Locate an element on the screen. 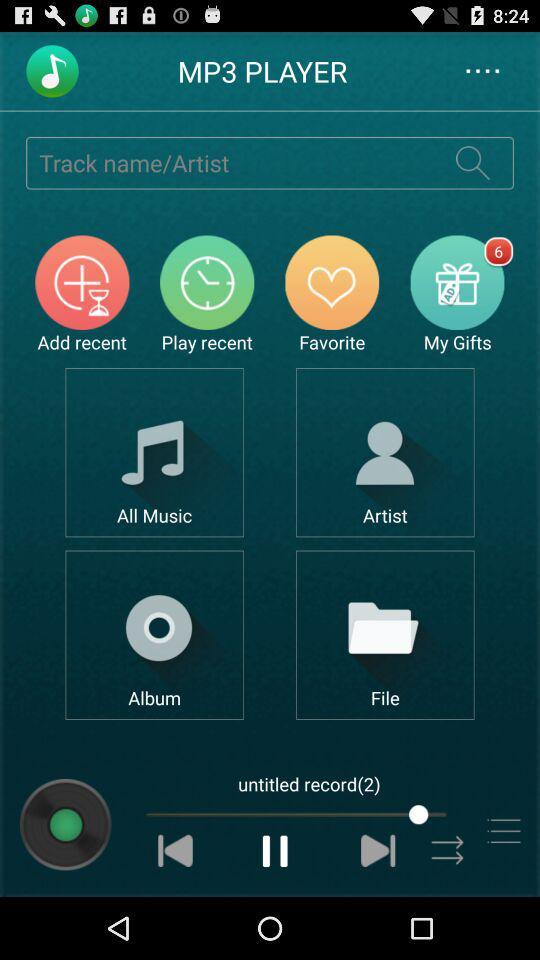 The image size is (540, 960). the arrow_forward icon is located at coordinates (448, 910).